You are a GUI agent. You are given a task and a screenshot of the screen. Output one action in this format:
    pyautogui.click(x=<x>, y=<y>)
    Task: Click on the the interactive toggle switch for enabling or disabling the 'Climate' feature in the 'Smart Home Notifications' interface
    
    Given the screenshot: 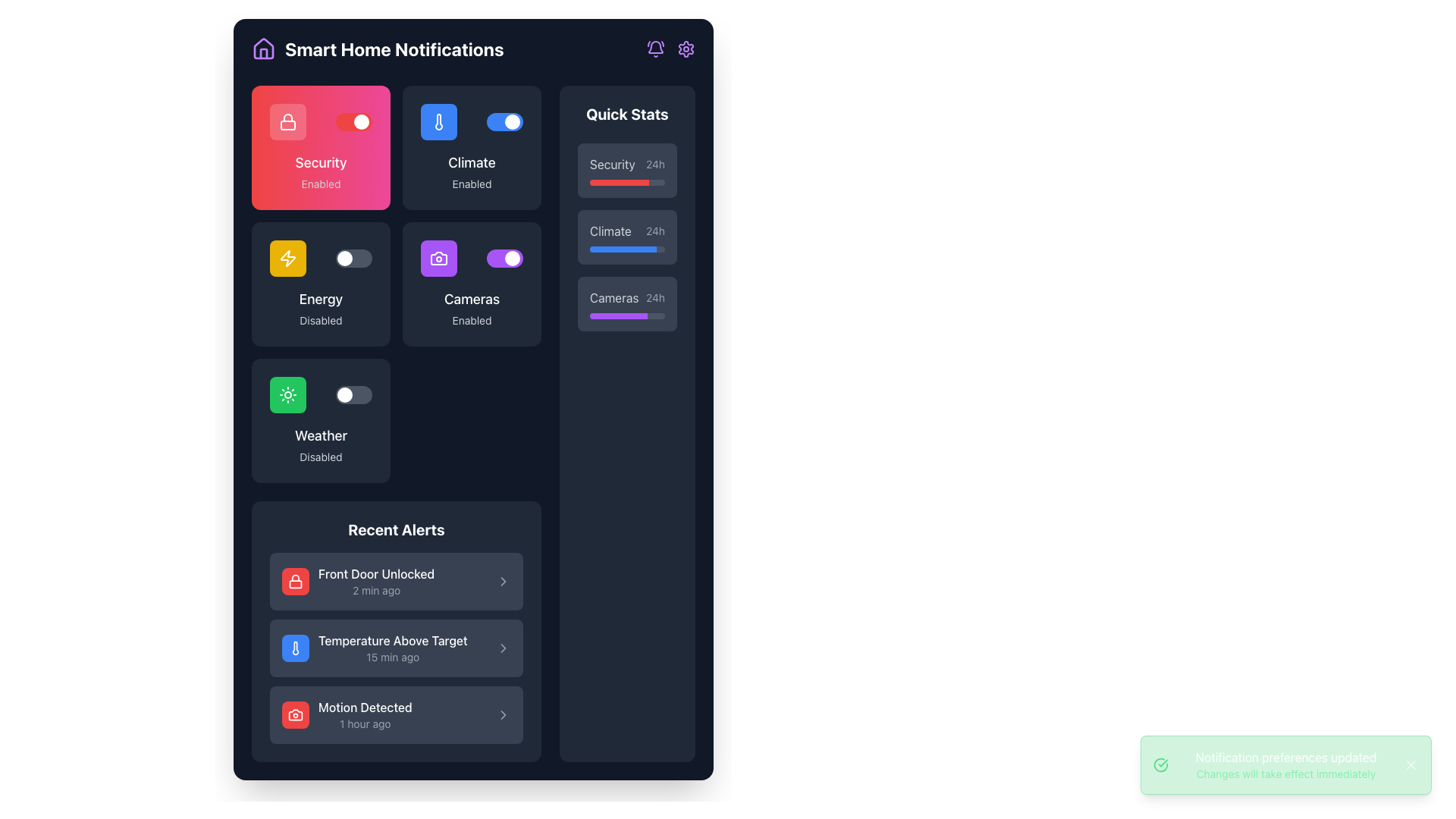 What is the action you would take?
    pyautogui.click(x=505, y=121)
    